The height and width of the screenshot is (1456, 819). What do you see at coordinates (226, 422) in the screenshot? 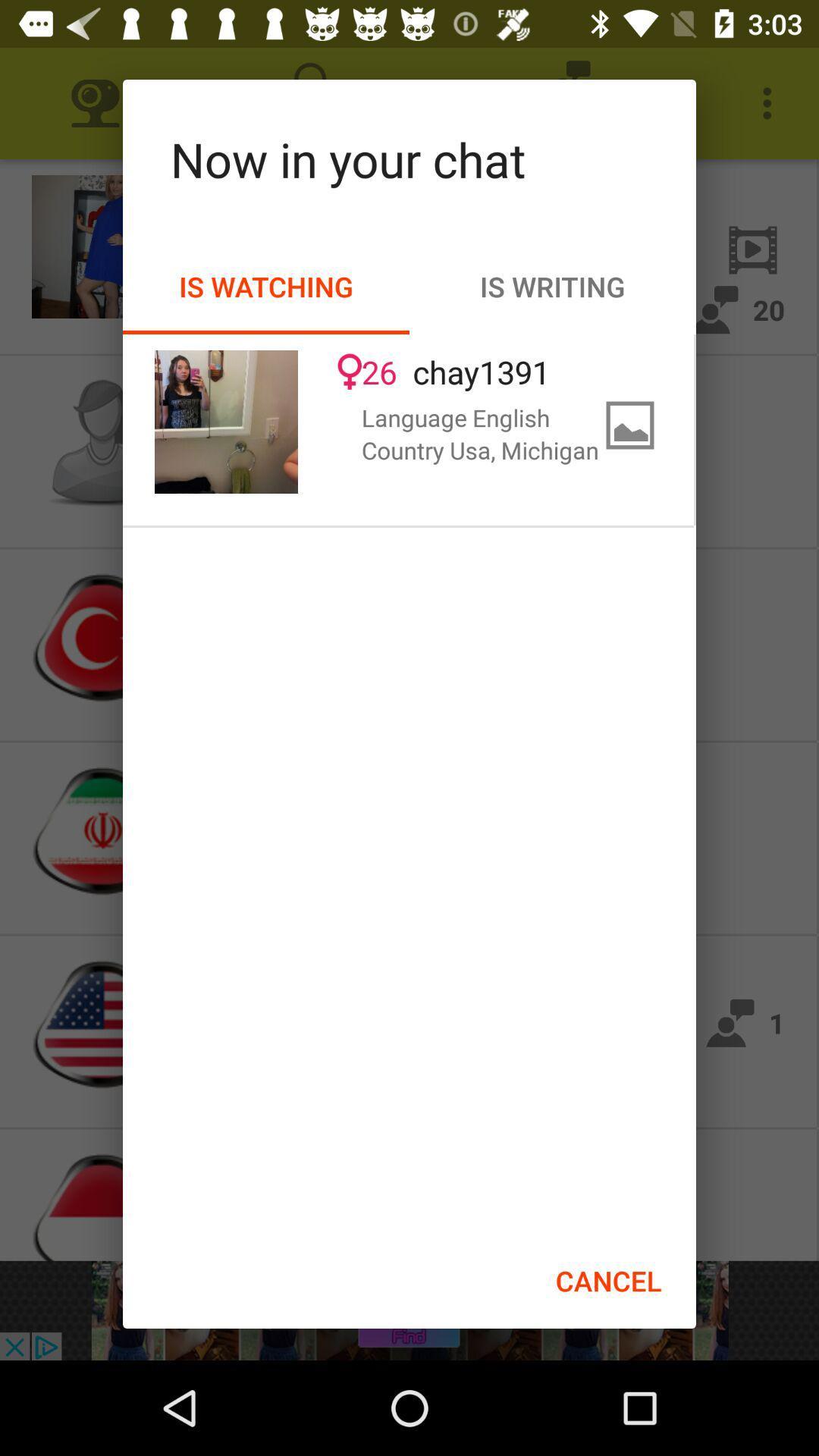
I see `the icon next to the 26 item` at bounding box center [226, 422].